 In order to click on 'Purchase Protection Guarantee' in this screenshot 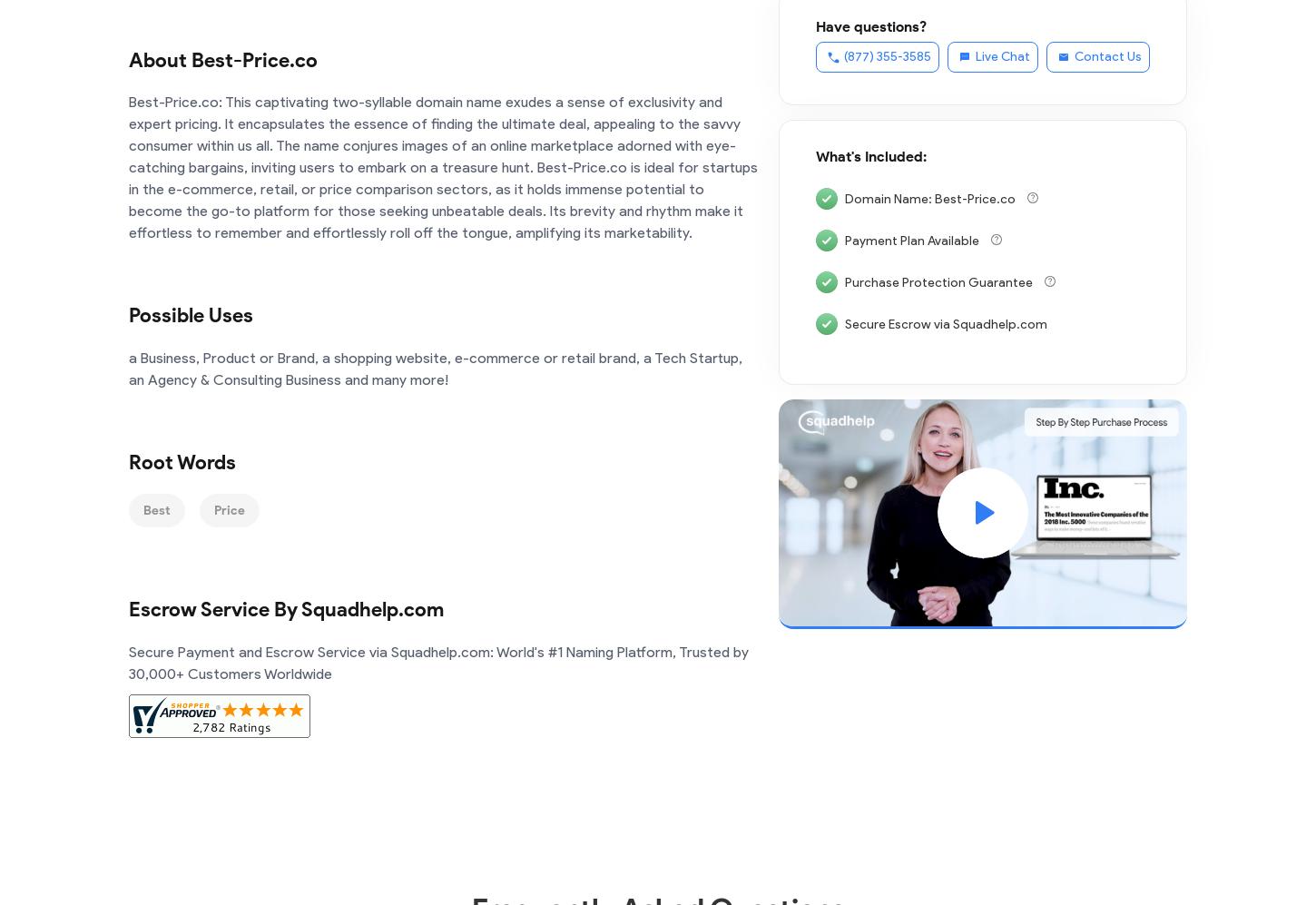, I will do `click(940, 281)`.